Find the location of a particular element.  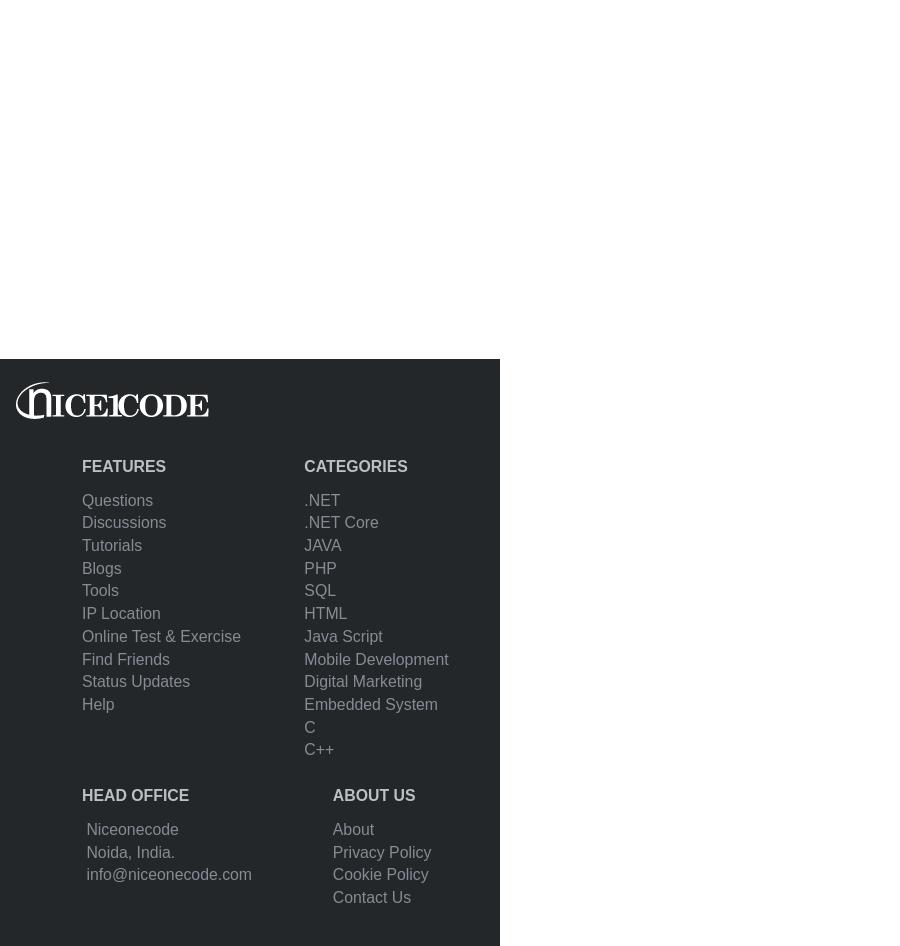

'Blogs' is located at coordinates (100, 566).